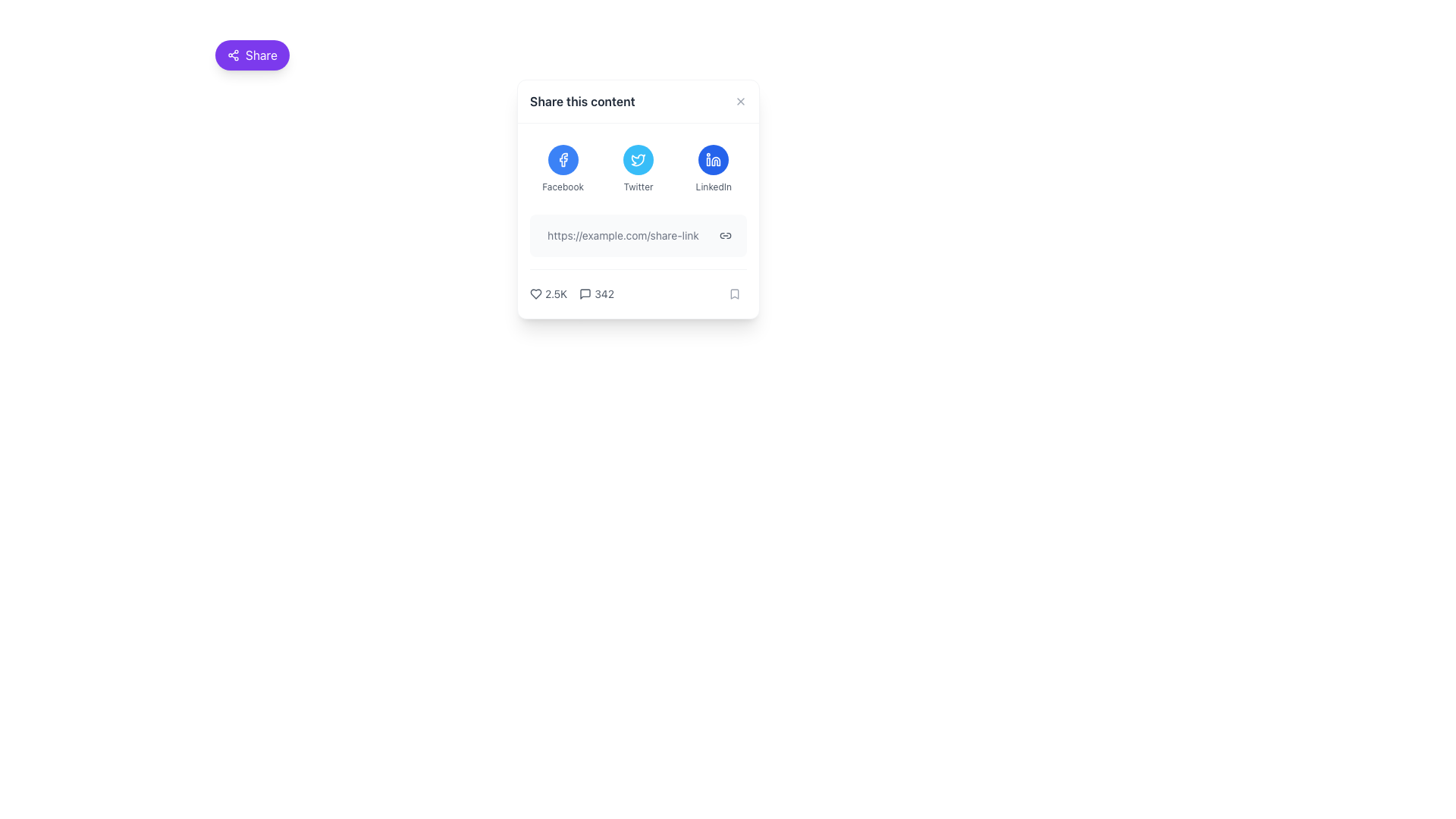  Describe the element at coordinates (741, 102) in the screenshot. I see `the close button located in the top-right corner of the 'Share this content' pop-up window to dismiss it` at that location.